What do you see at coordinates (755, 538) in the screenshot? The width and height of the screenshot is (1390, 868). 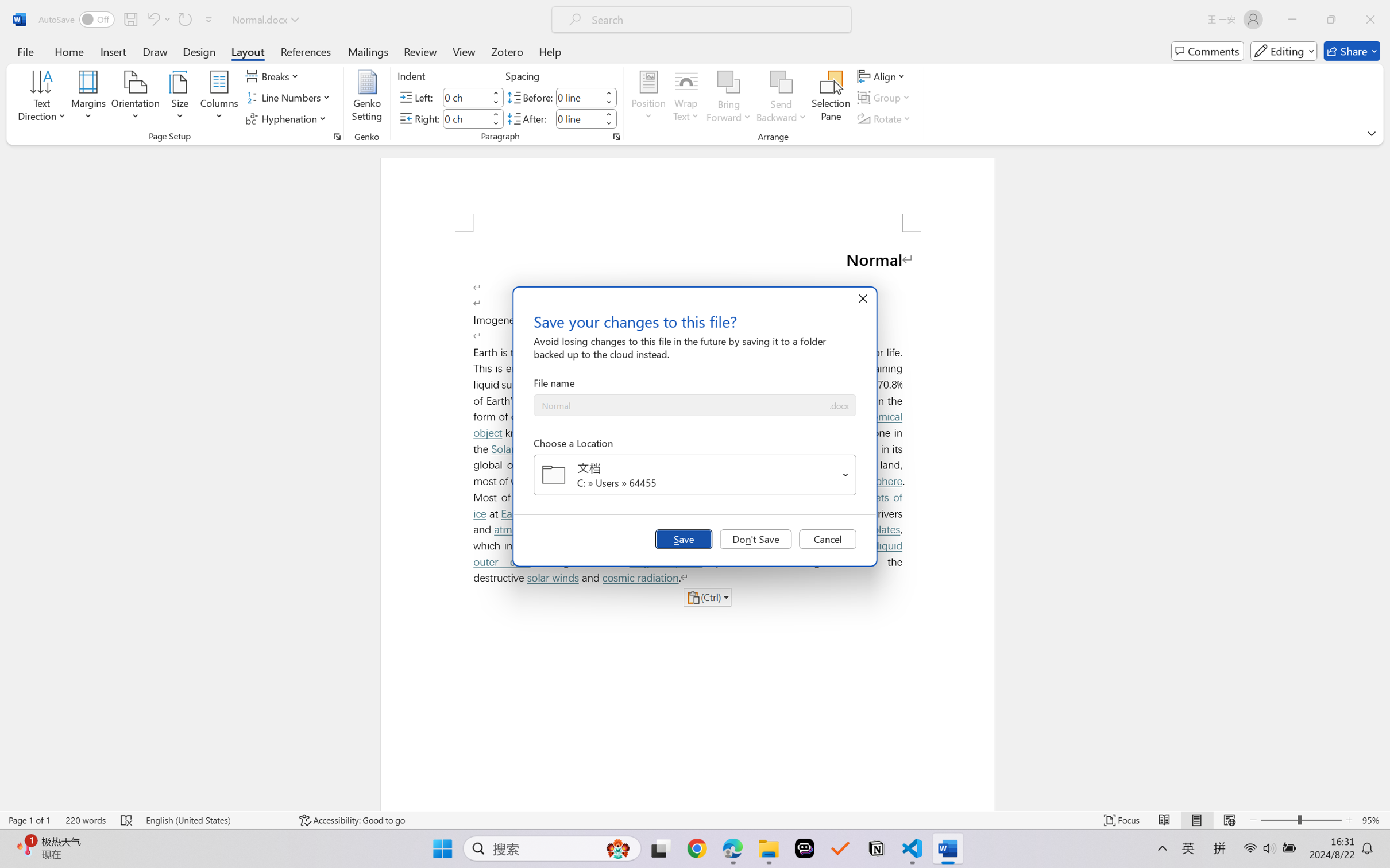 I see `'Don'` at bounding box center [755, 538].